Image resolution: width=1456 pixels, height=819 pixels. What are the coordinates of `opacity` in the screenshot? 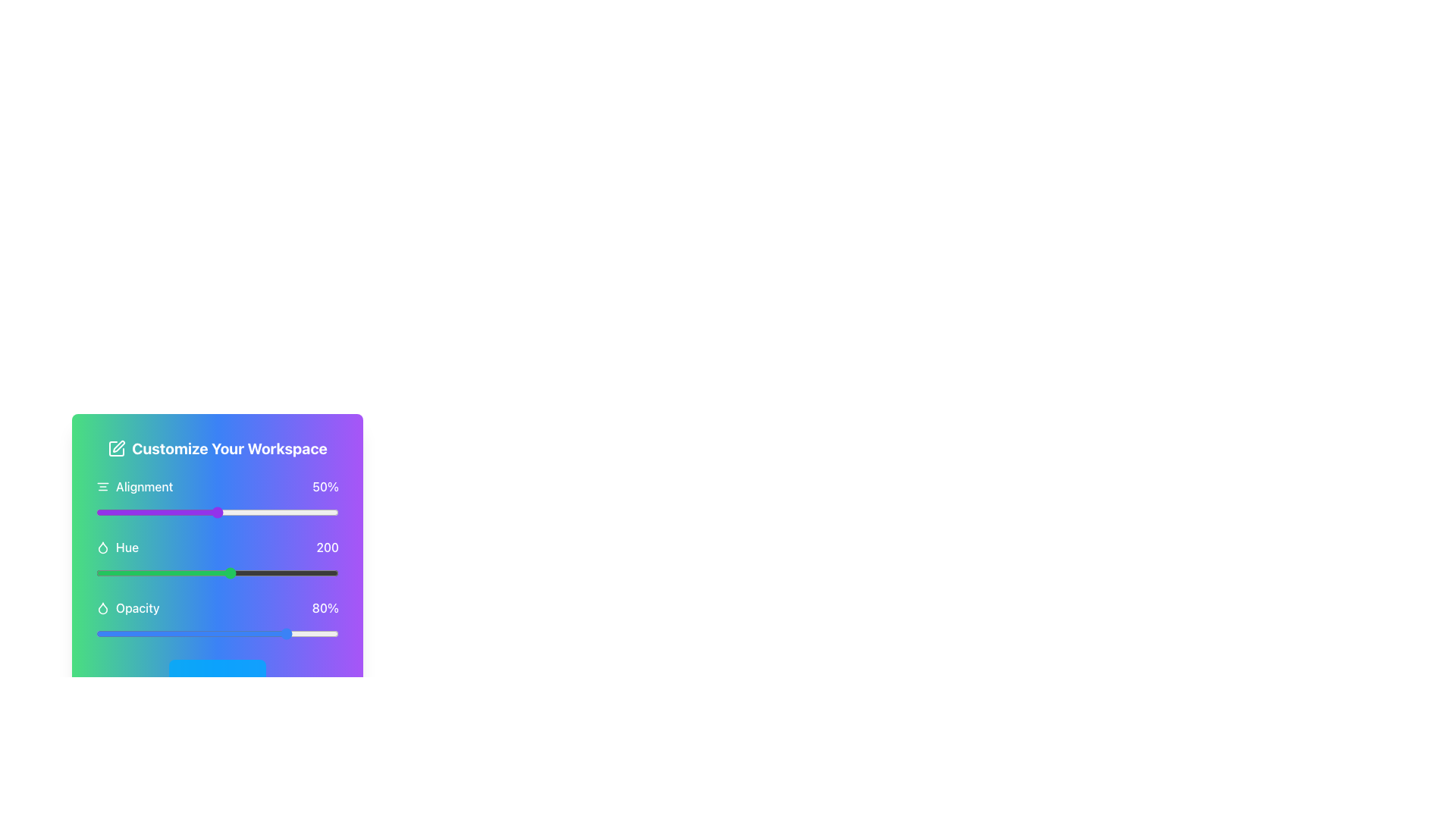 It's located at (149, 634).